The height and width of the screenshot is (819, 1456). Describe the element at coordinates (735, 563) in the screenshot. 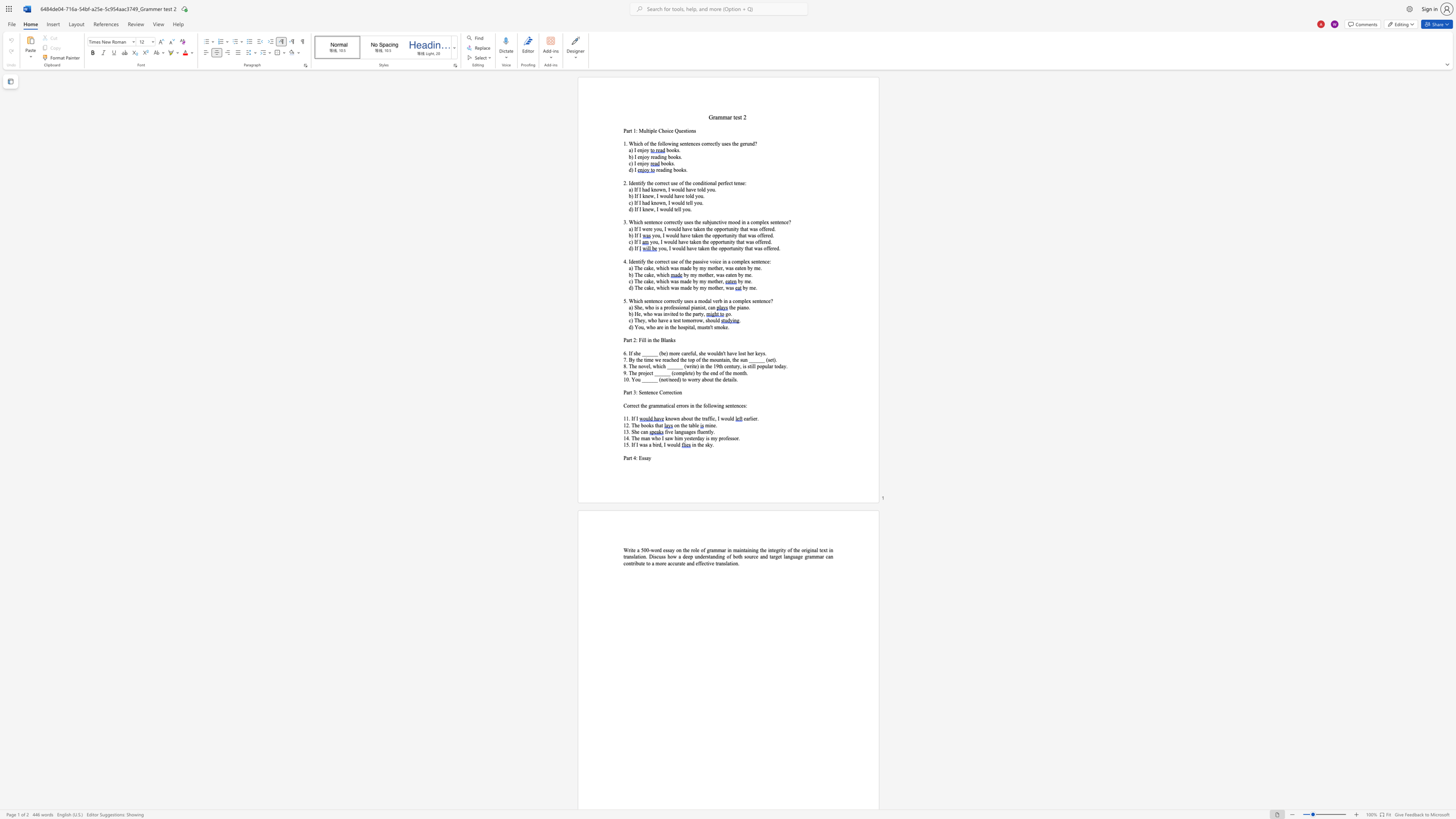

I see `the subset text "n." within the text "and effective translation."` at that location.